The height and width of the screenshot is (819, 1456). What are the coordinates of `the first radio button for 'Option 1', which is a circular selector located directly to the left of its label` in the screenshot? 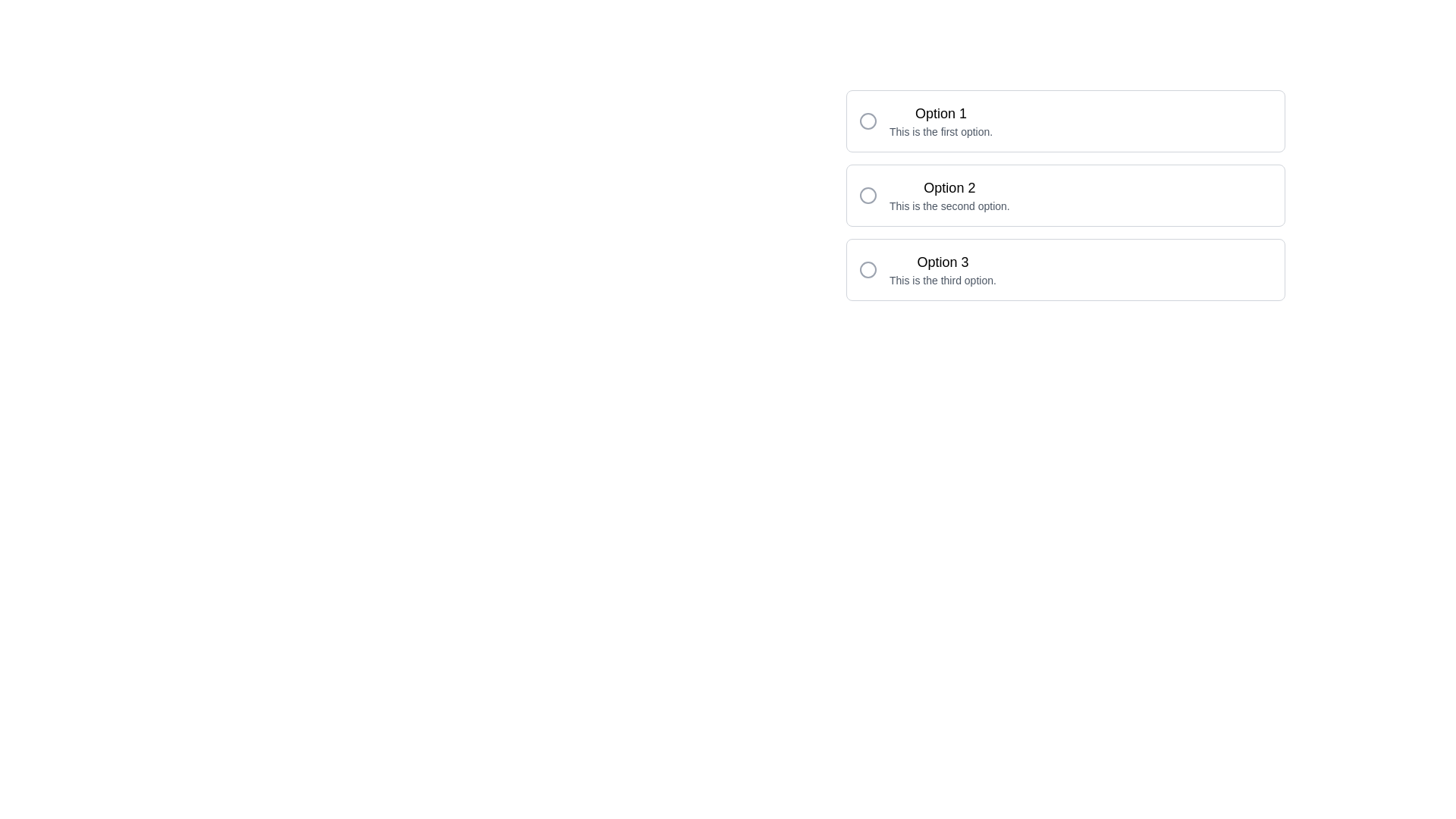 It's located at (868, 120).